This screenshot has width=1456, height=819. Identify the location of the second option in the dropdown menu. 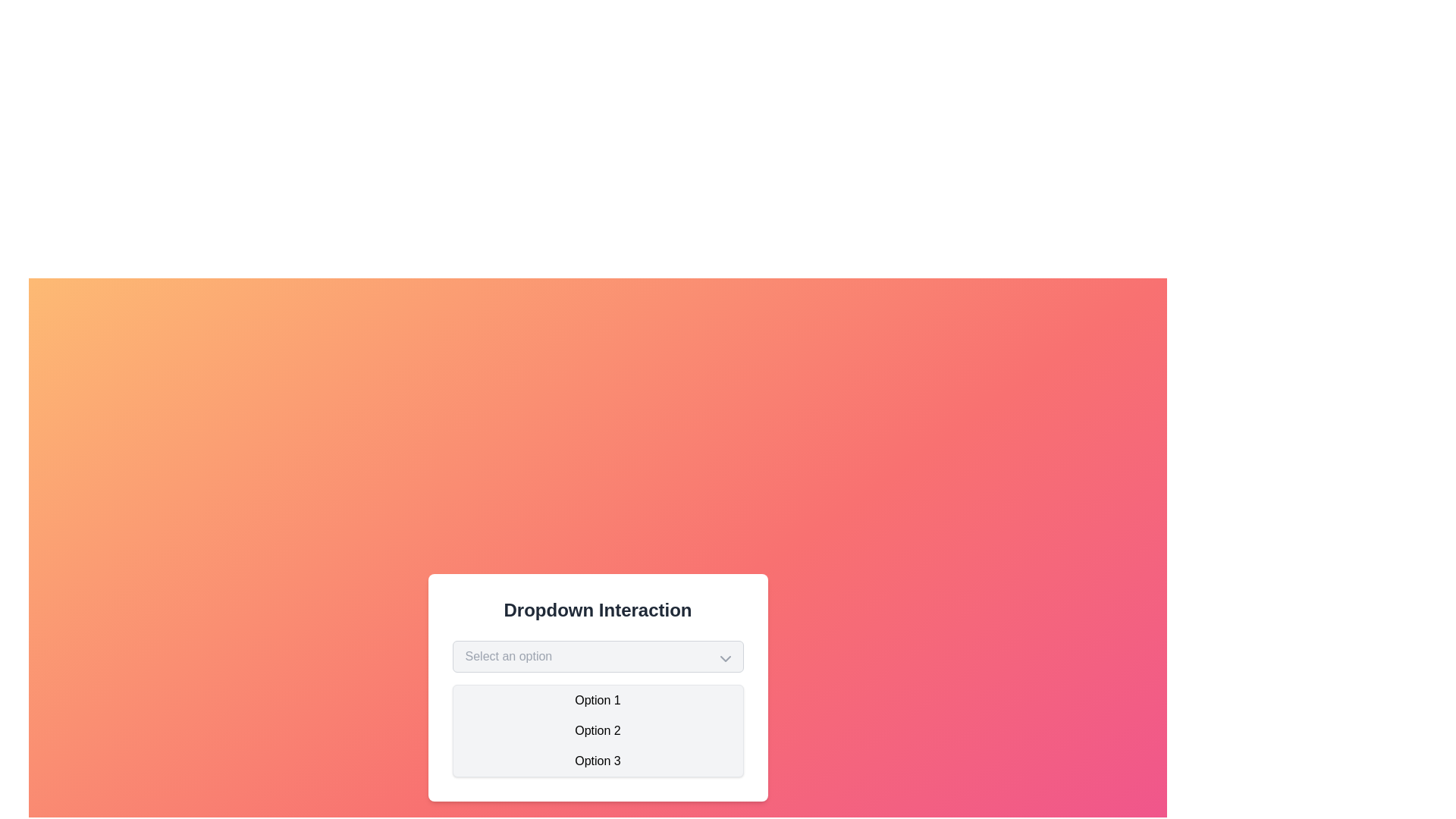
(597, 730).